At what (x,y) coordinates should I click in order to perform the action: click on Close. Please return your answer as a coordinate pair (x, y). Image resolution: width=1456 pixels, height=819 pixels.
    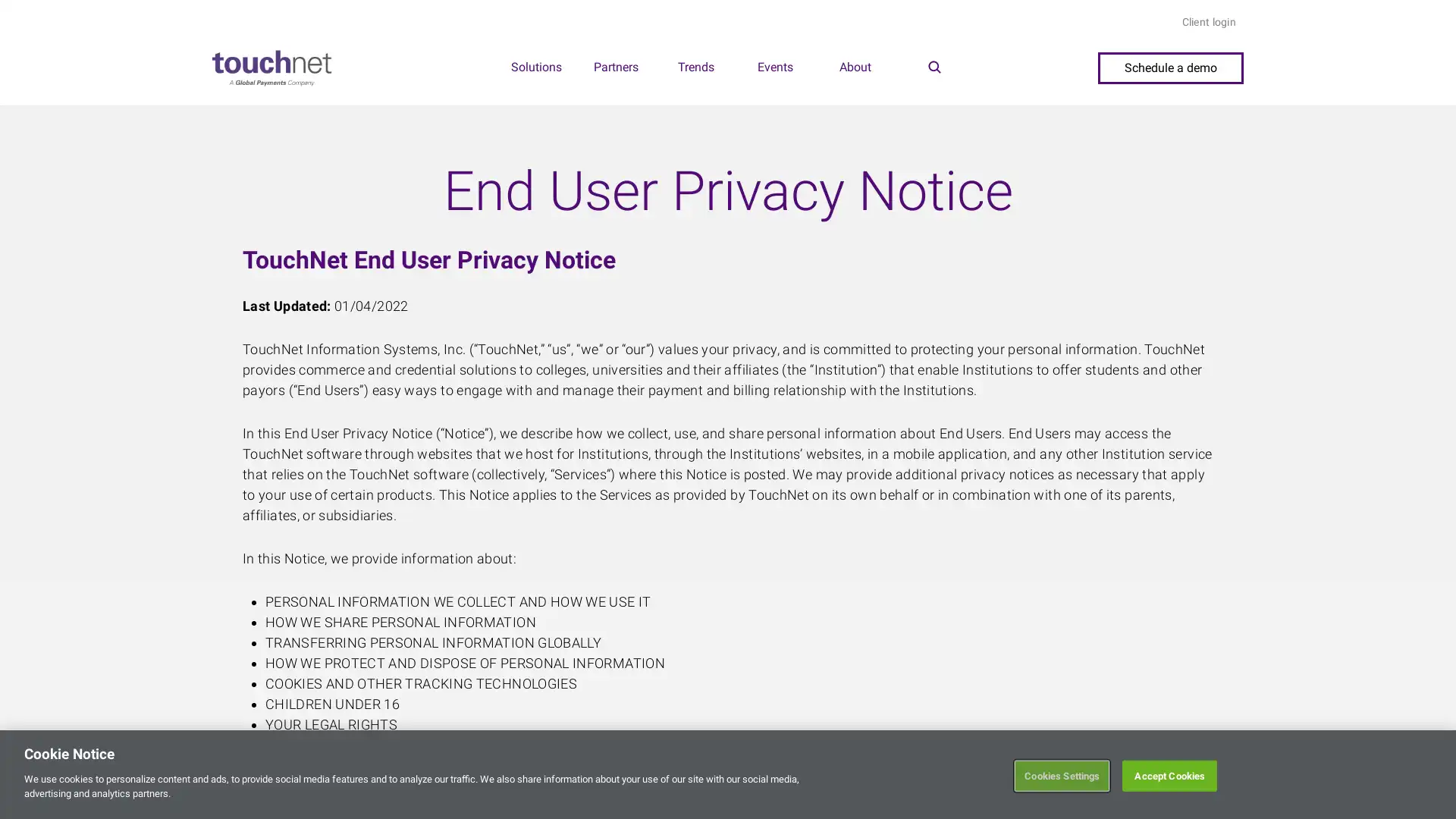
    Looking at the image, I should click on (1430, 772).